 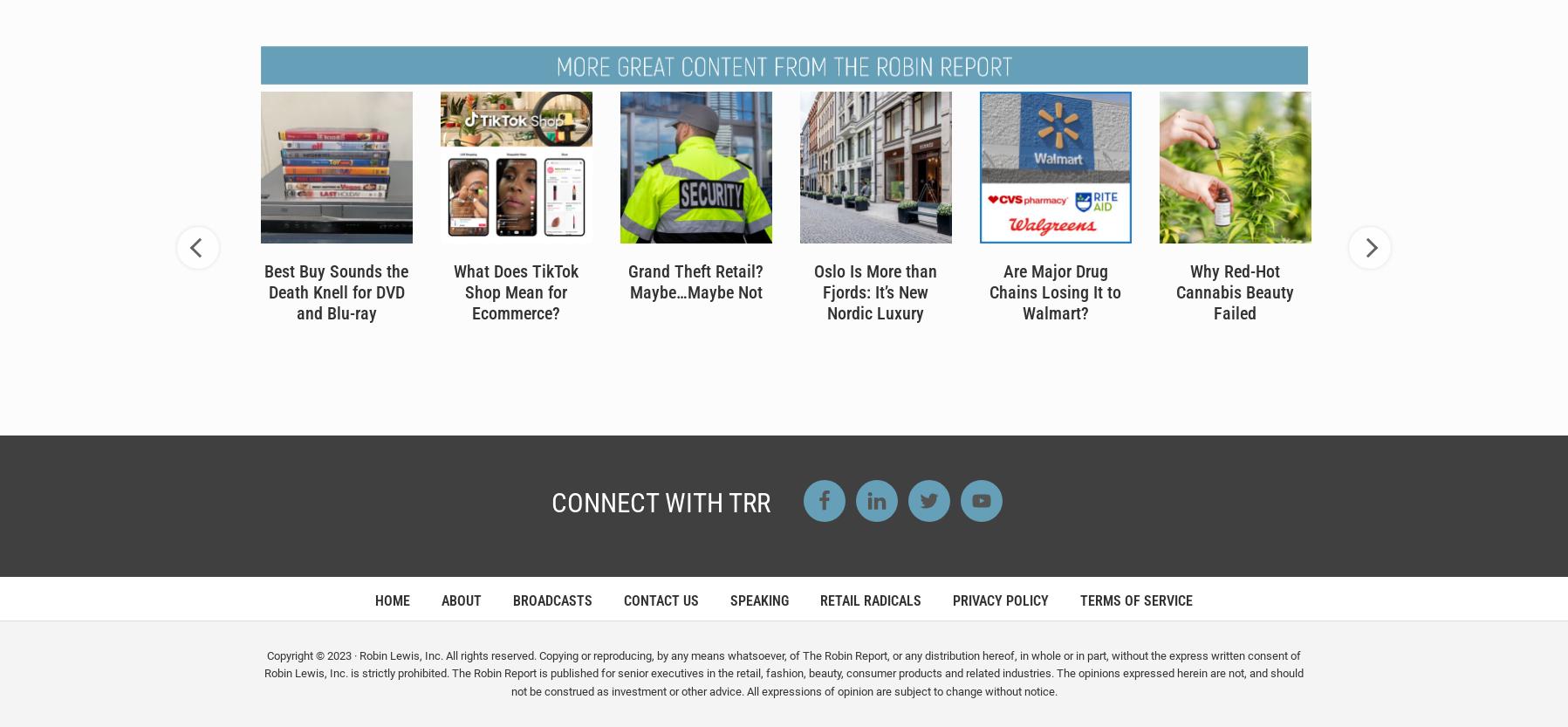 What do you see at coordinates (552, 599) in the screenshot?
I see `'BROADCASTS'` at bounding box center [552, 599].